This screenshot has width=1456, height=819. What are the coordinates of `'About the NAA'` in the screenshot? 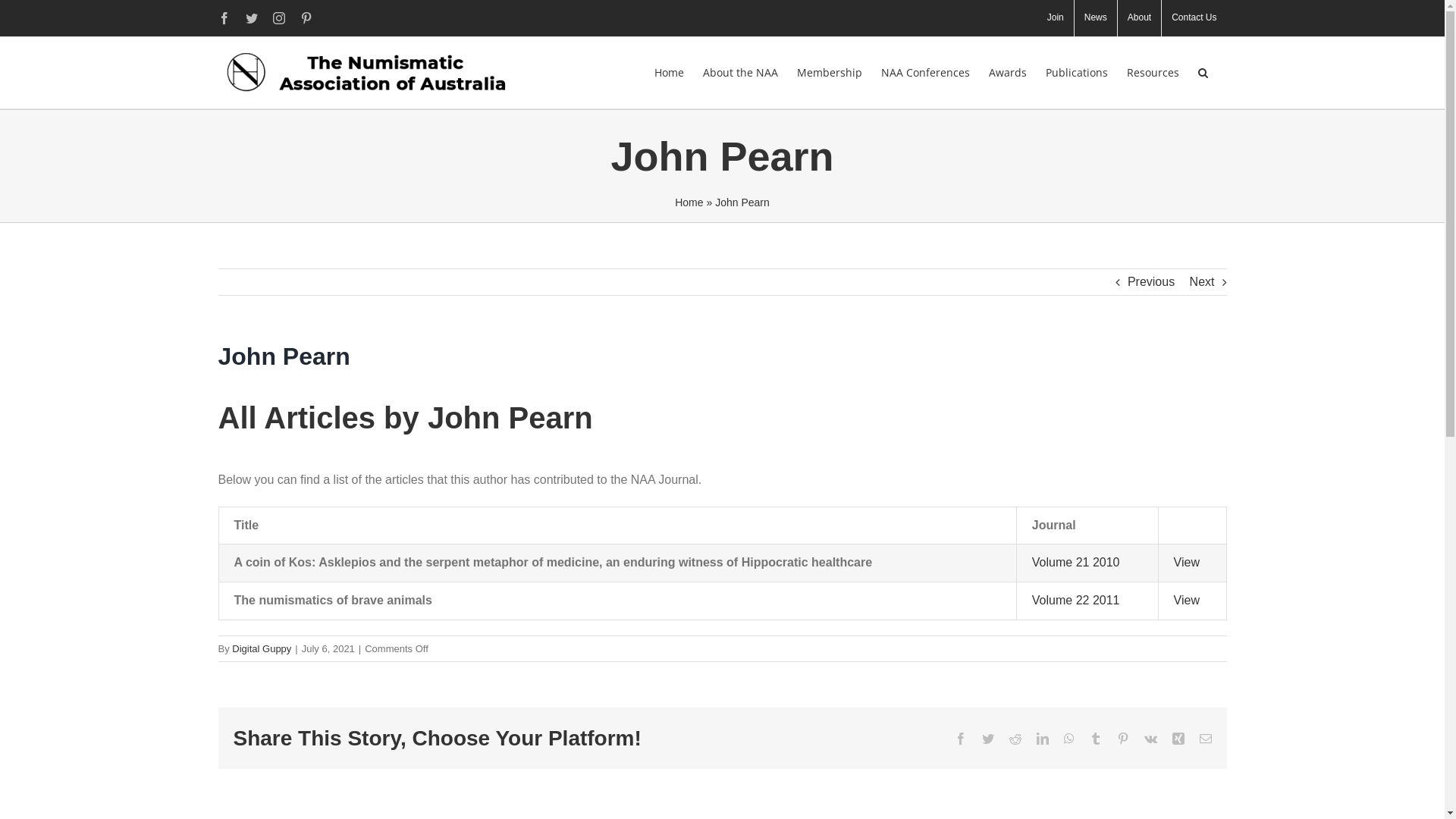 It's located at (739, 73).